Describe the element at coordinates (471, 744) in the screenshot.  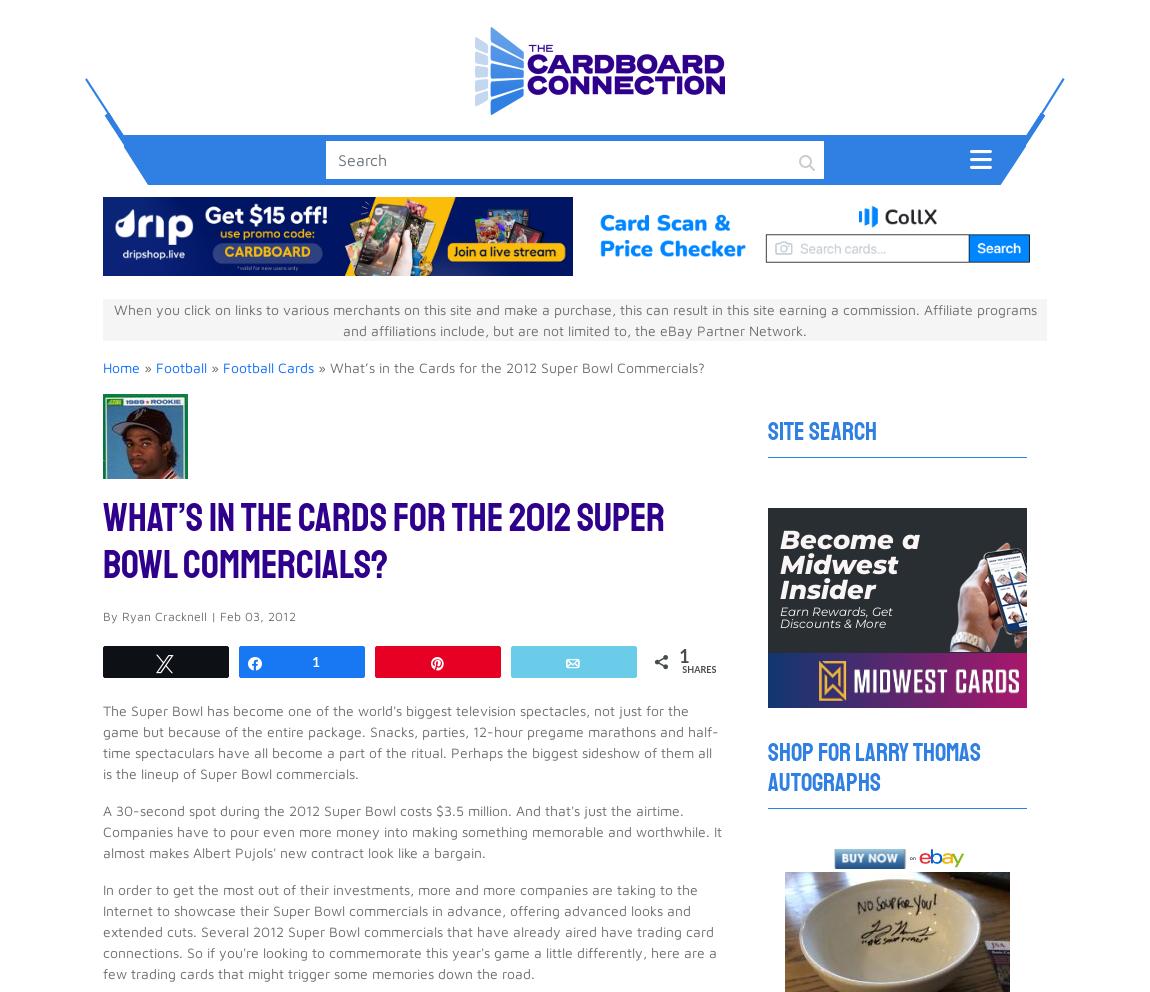
I see `'Email address:'` at that location.